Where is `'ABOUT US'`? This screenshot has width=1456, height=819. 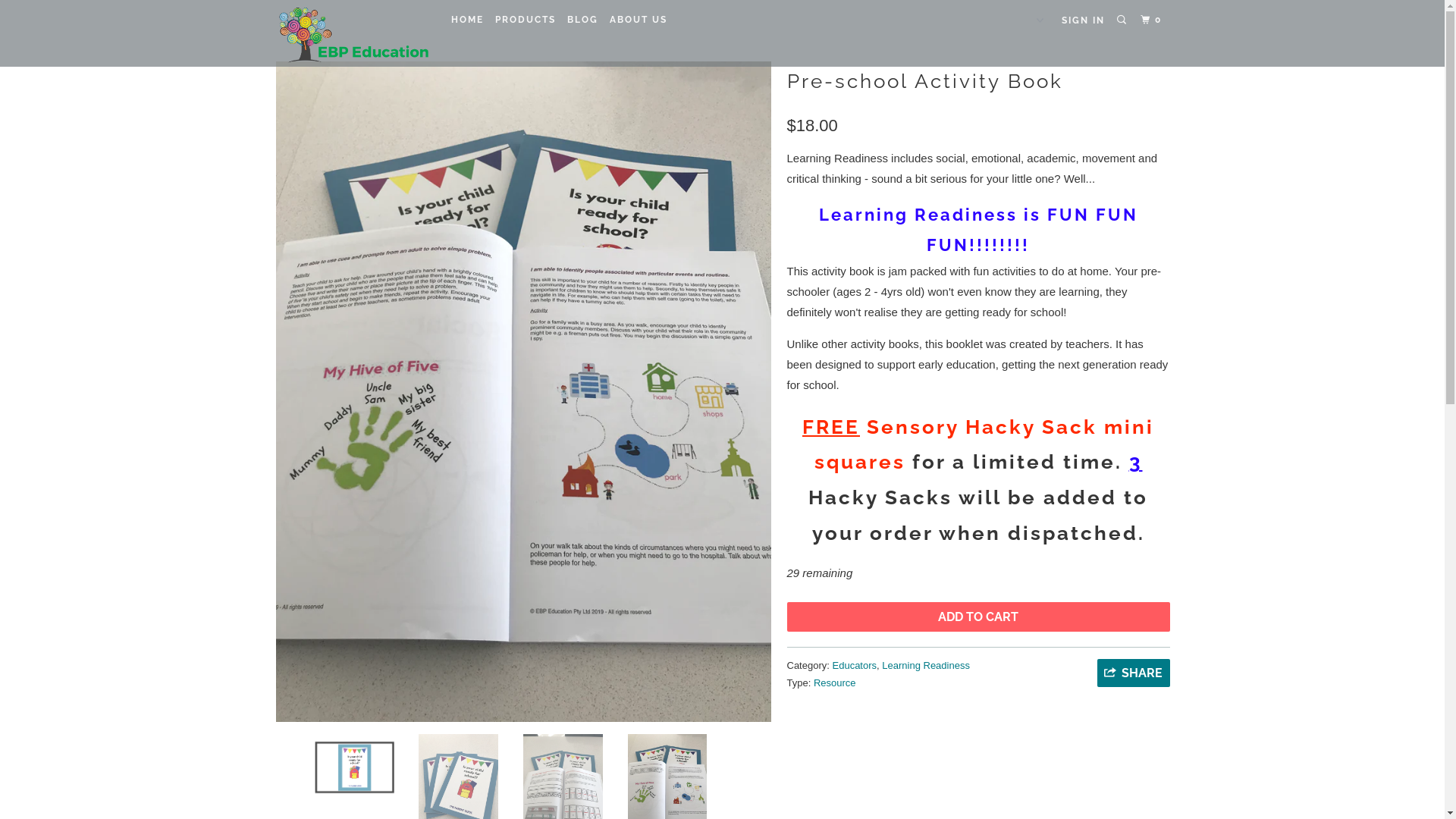 'ABOUT US' is located at coordinates (638, 20).